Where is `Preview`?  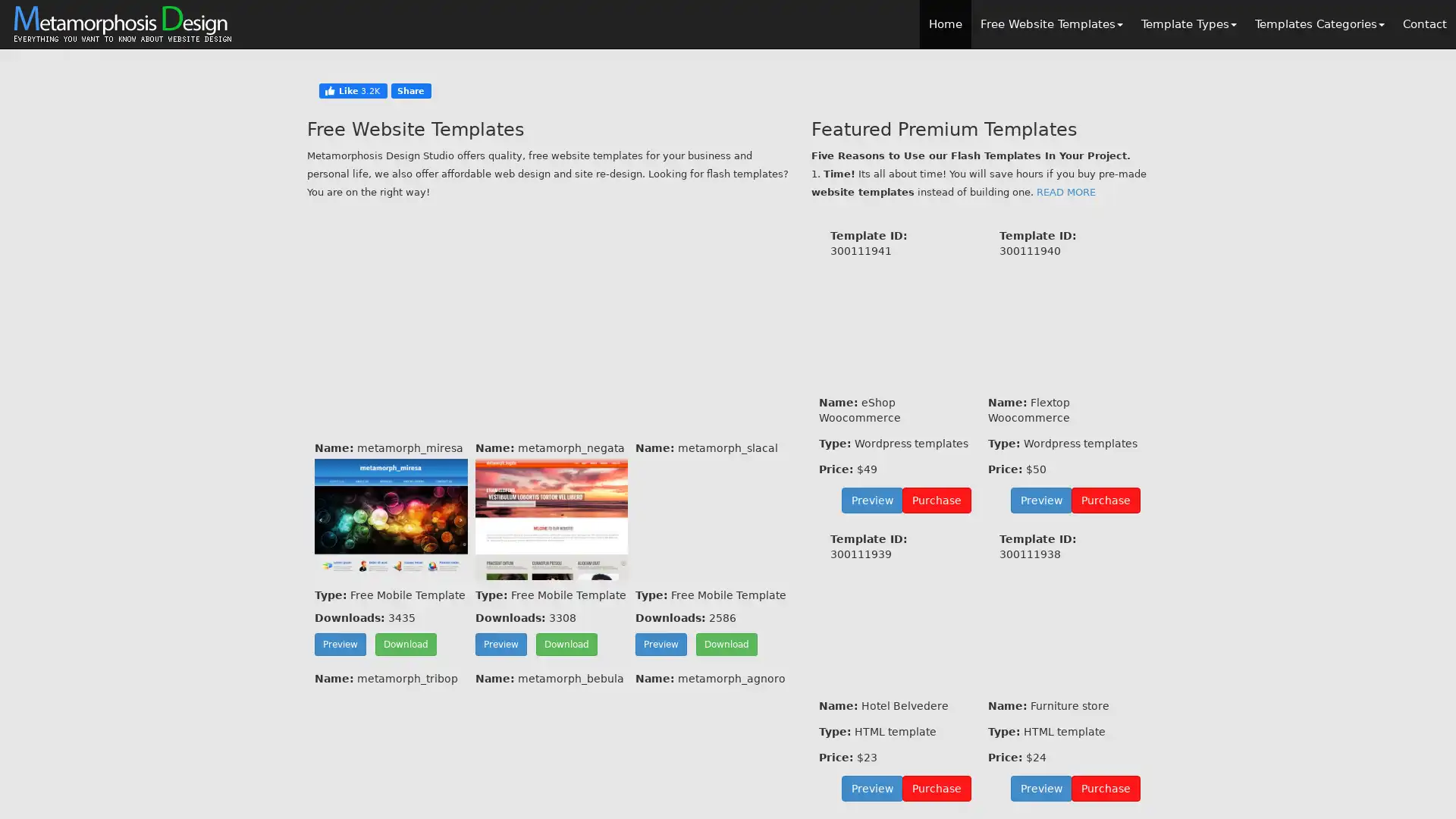 Preview is located at coordinates (1040, 500).